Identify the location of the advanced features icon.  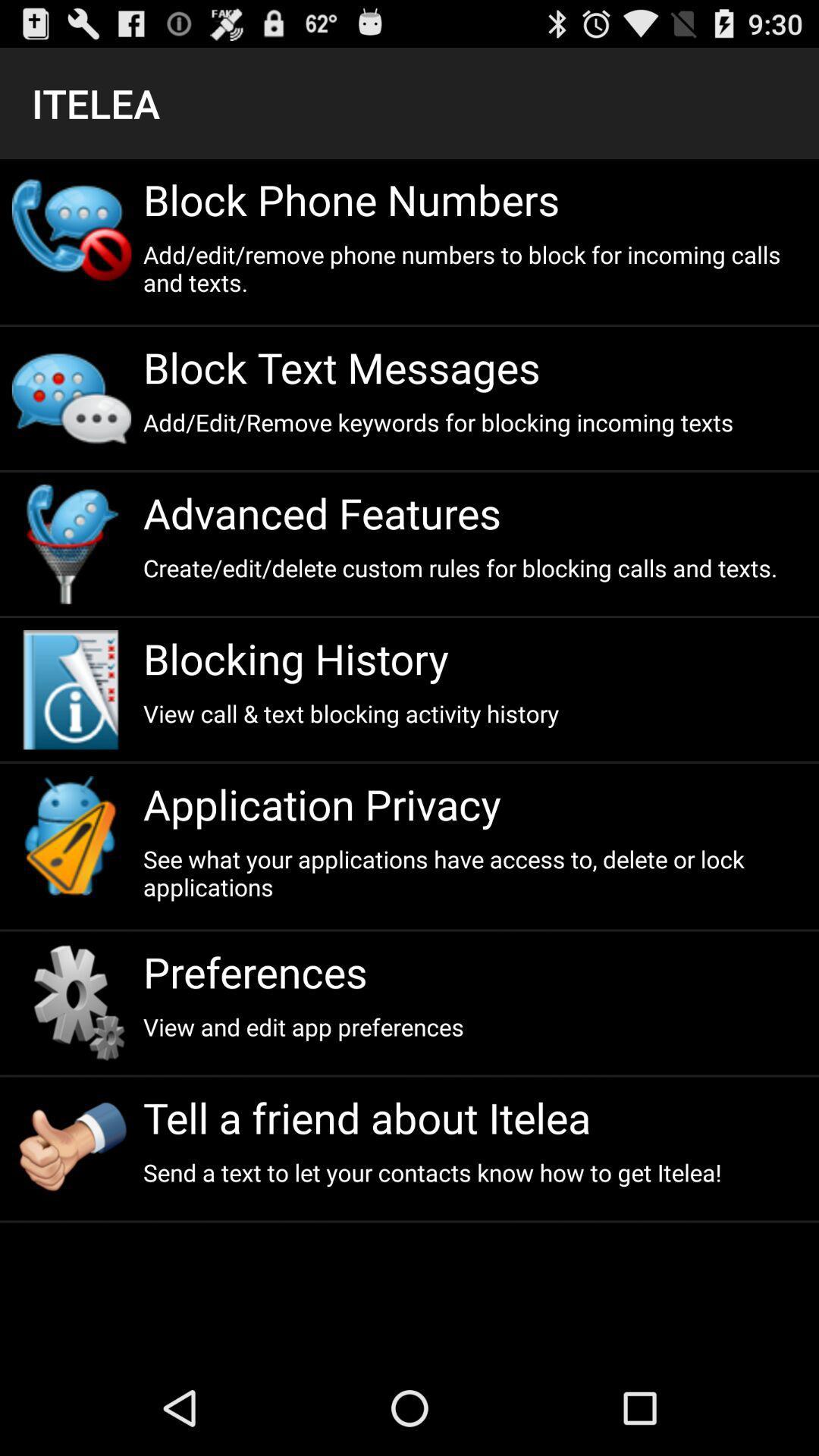
(474, 513).